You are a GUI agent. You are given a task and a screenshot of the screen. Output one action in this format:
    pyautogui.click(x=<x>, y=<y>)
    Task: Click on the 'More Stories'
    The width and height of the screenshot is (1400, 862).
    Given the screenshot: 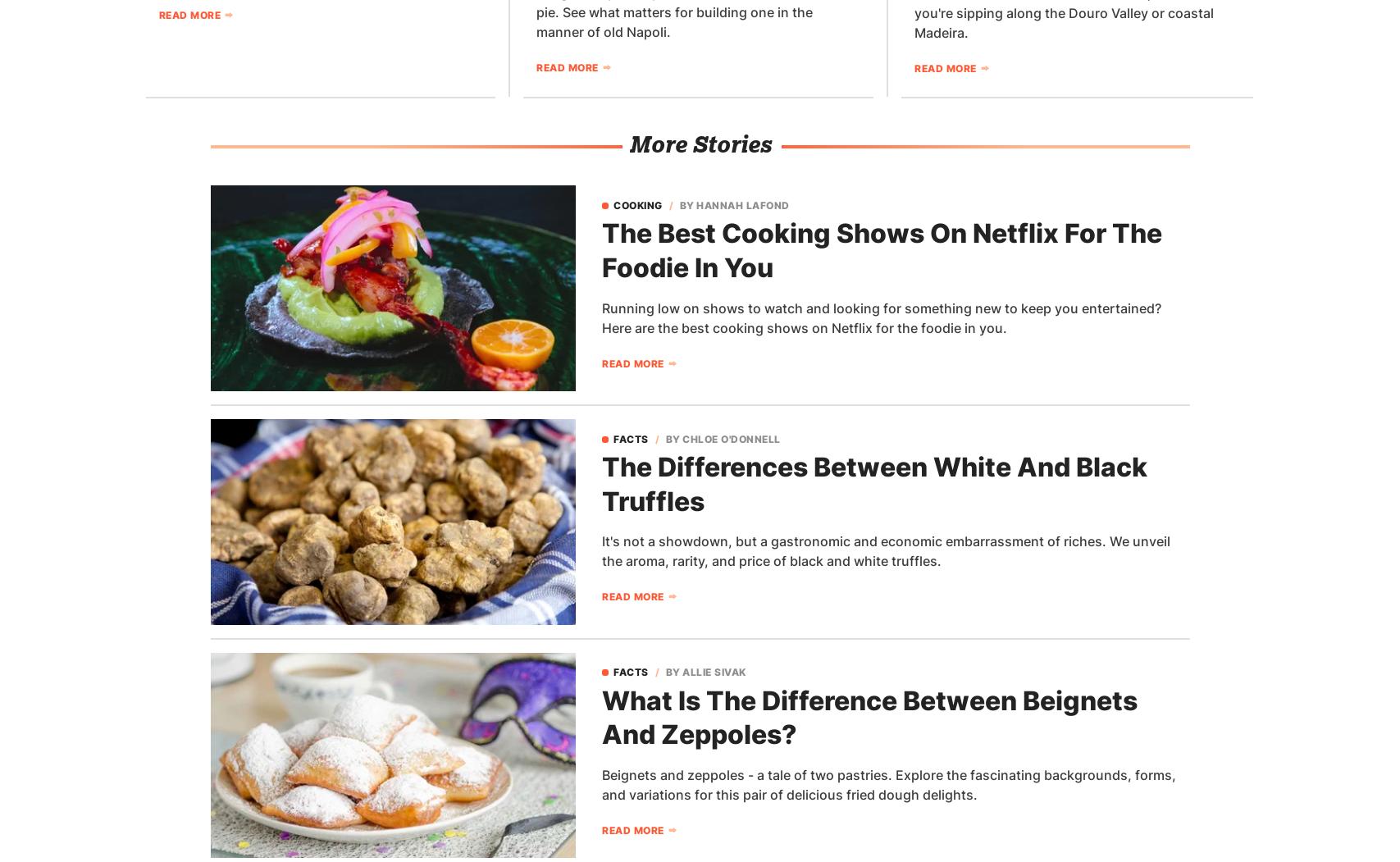 What is the action you would take?
    pyautogui.click(x=699, y=144)
    